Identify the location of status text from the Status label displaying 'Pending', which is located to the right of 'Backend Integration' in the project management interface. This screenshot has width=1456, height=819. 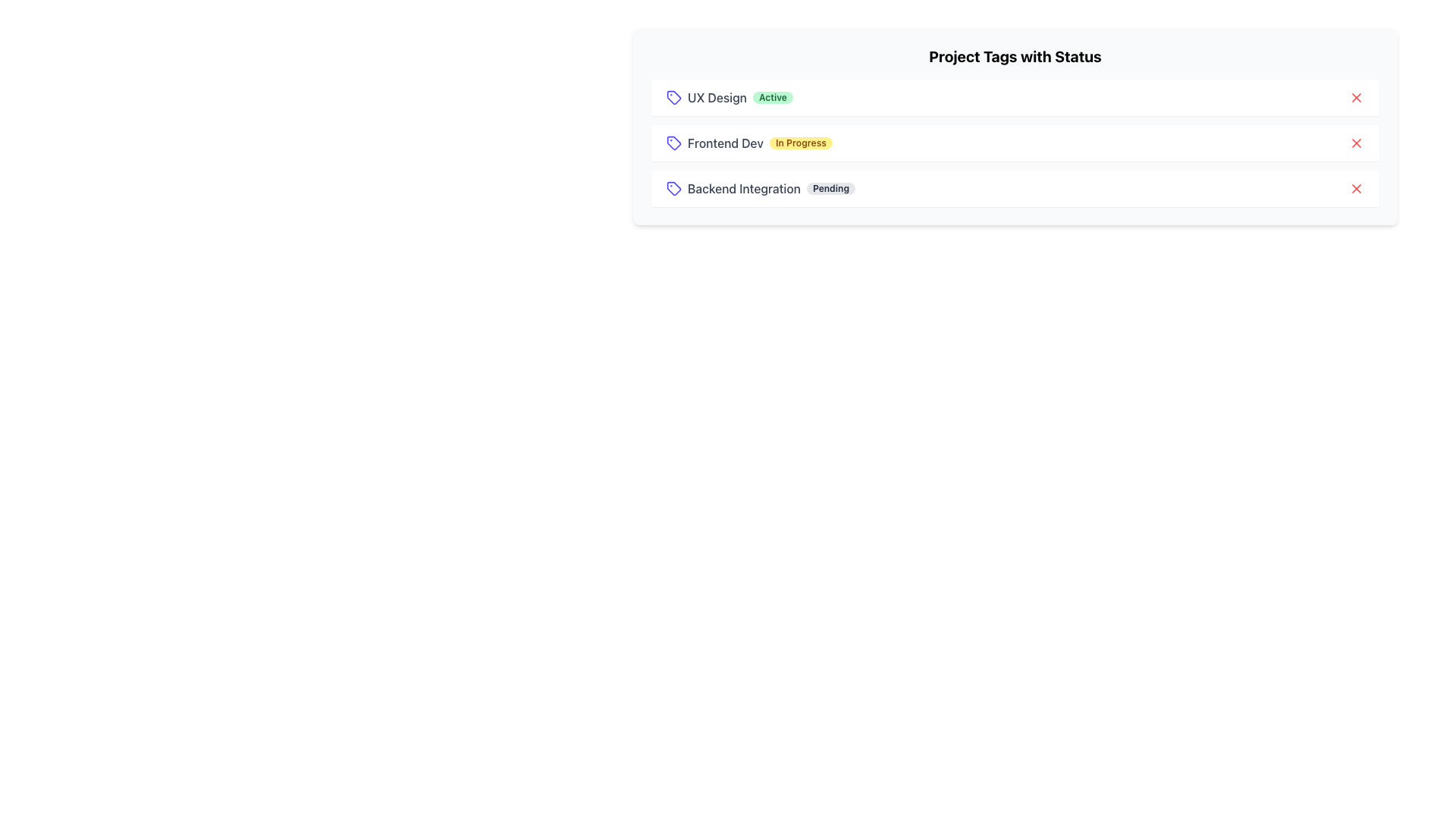
(830, 188).